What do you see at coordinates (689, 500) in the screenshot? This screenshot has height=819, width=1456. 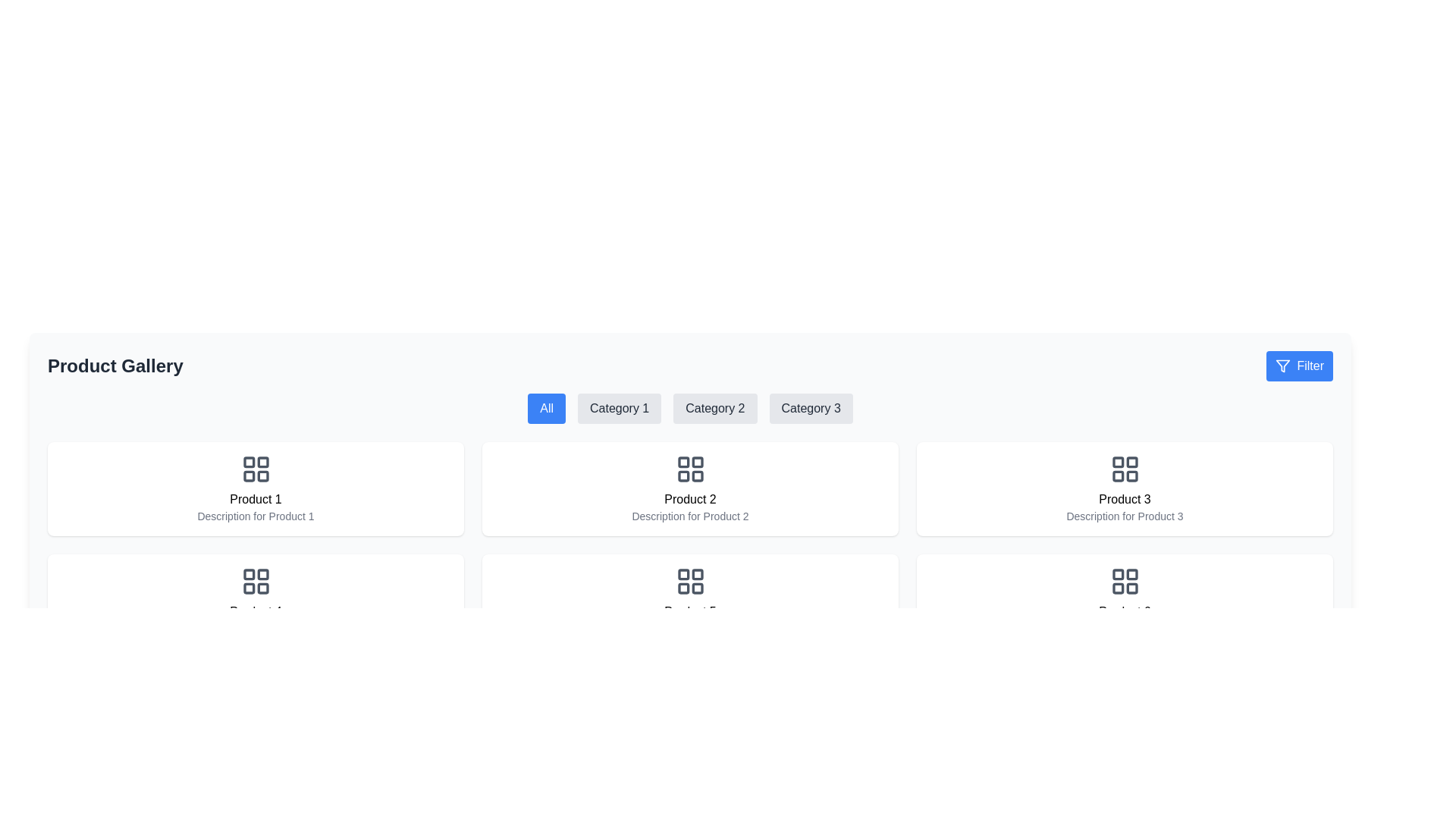 I see `the label displaying the text 'Product 2', which is styled with a medium font weight and is positioned below an icon and above the description 'Description for Product 2' within a card structure in the middle row of a grid layout` at bounding box center [689, 500].